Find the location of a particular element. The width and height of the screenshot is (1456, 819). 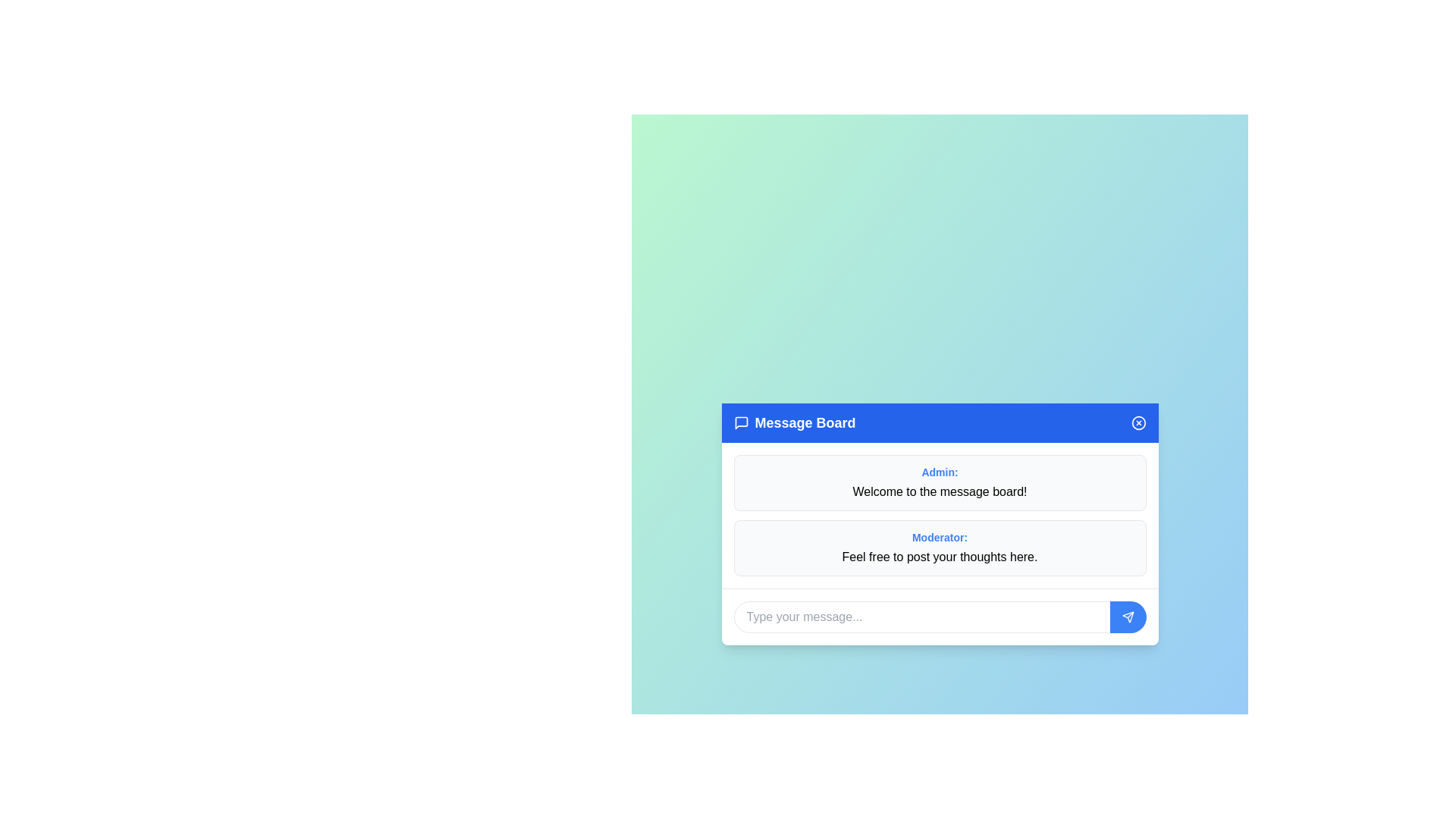

the send button to submit the message is located at coordinates (1128, 617).